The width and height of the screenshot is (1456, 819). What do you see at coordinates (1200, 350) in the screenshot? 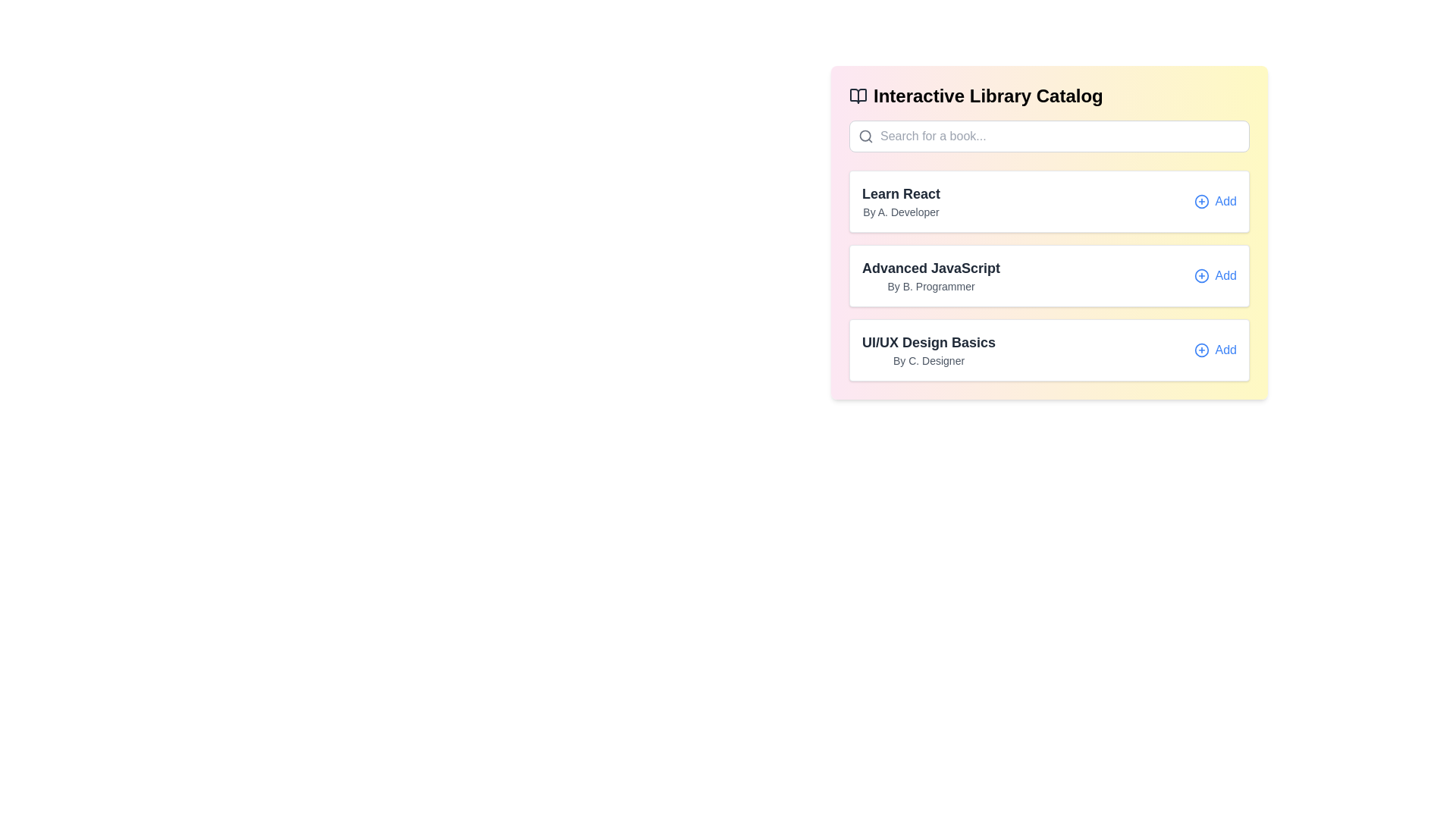
I see `the circular graphical element that is part of the 'plus' icon for the 'UI/UX Design Basics' entry in the 'Interactive Library Catalog'` at bounding box center [1200, 350].